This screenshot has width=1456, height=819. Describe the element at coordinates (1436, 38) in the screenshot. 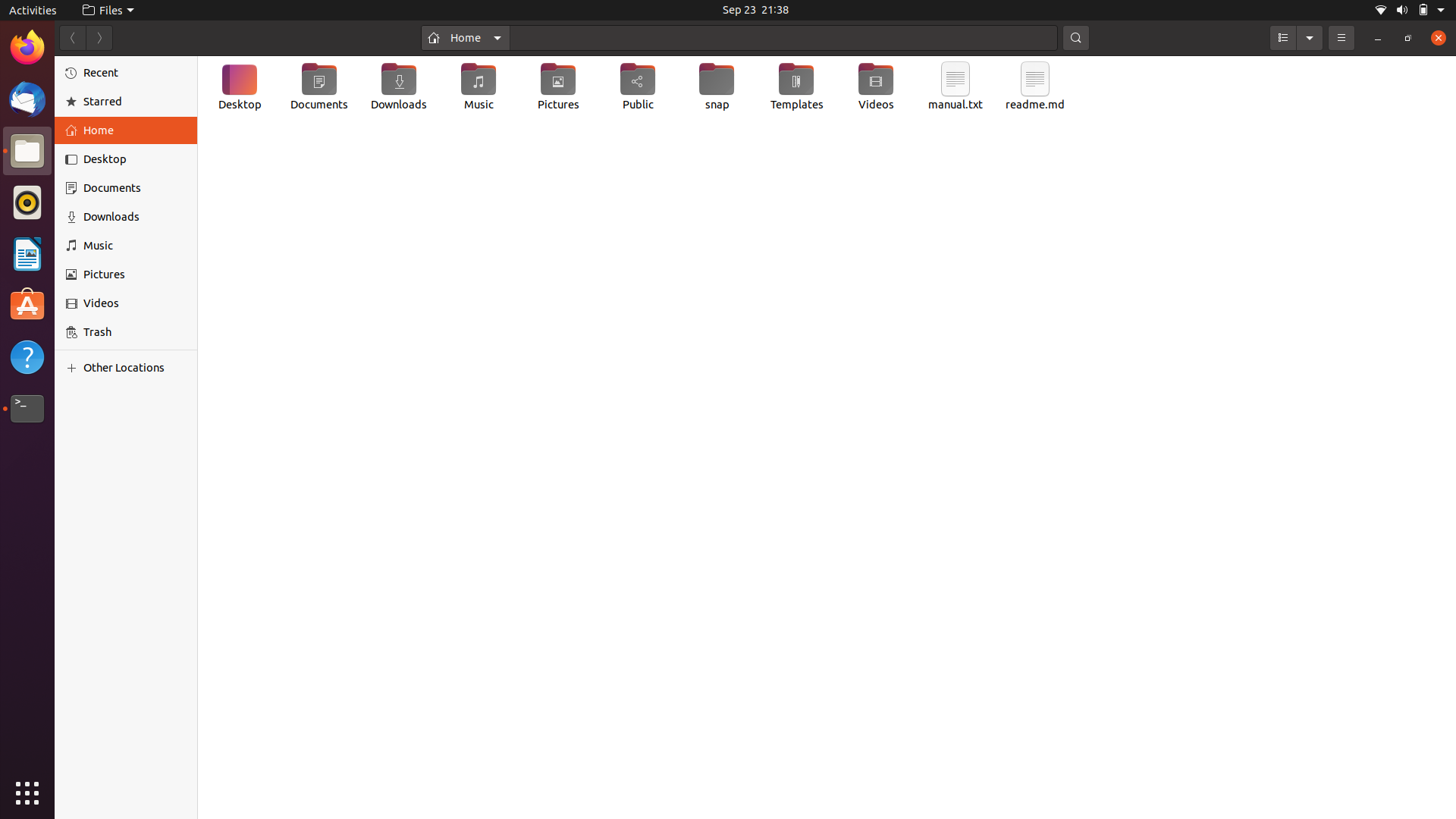

I see `Shut down the open window` at that location.